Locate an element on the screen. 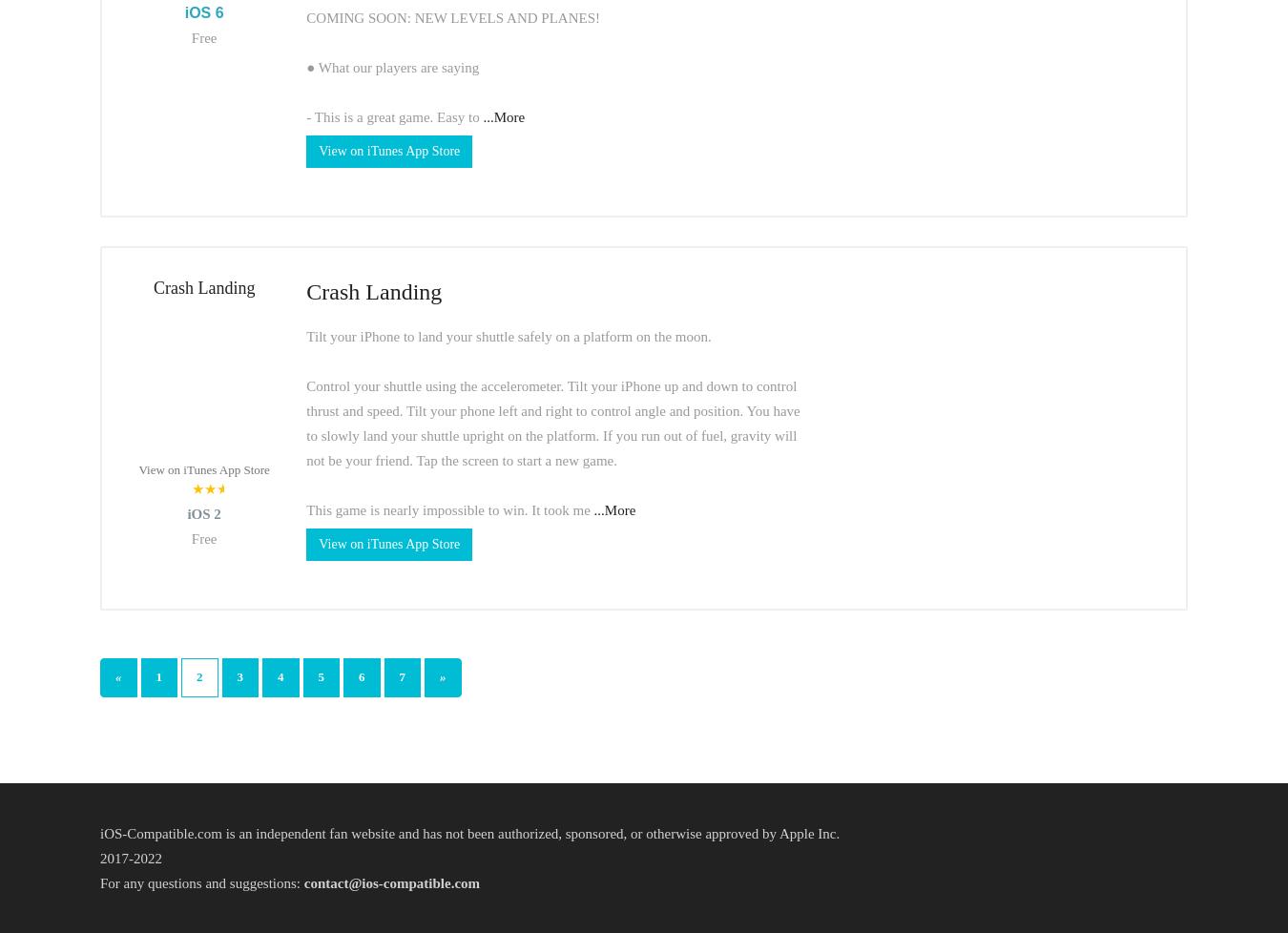  '2017-2022' is located at coordinates (131, 856).